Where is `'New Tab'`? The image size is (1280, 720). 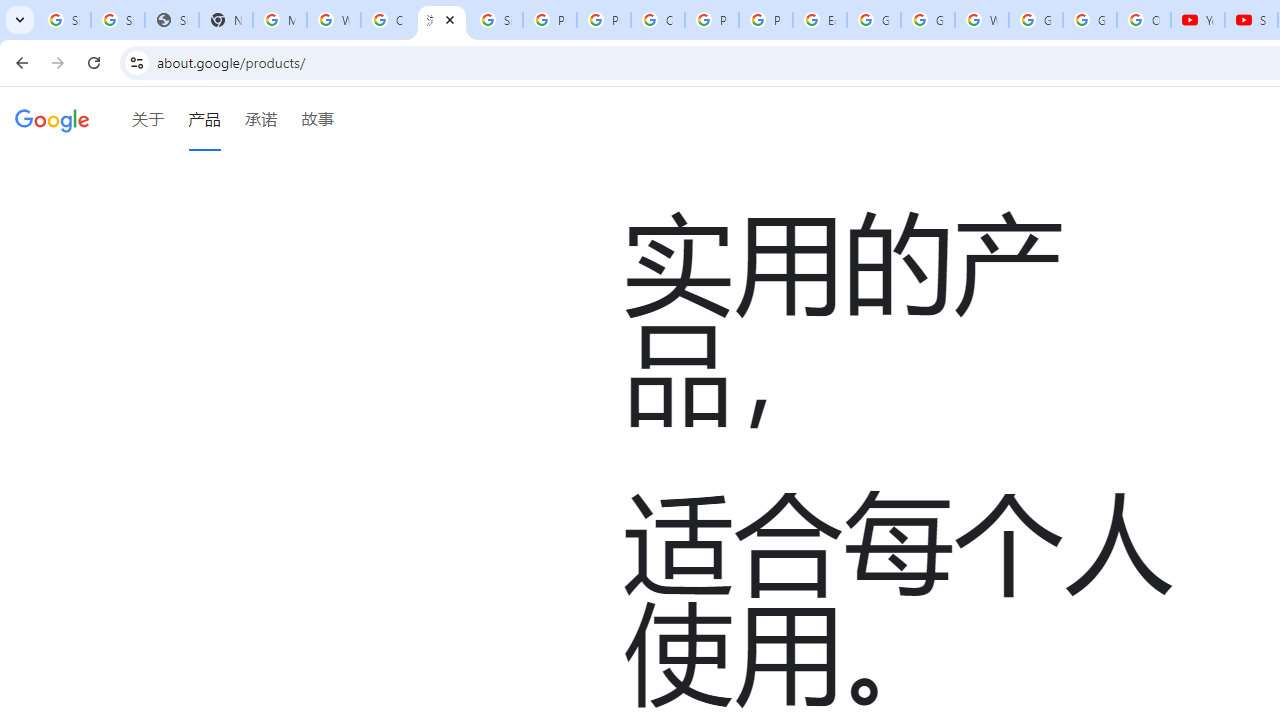 'New Tab' is located at coordinates (225, 20).